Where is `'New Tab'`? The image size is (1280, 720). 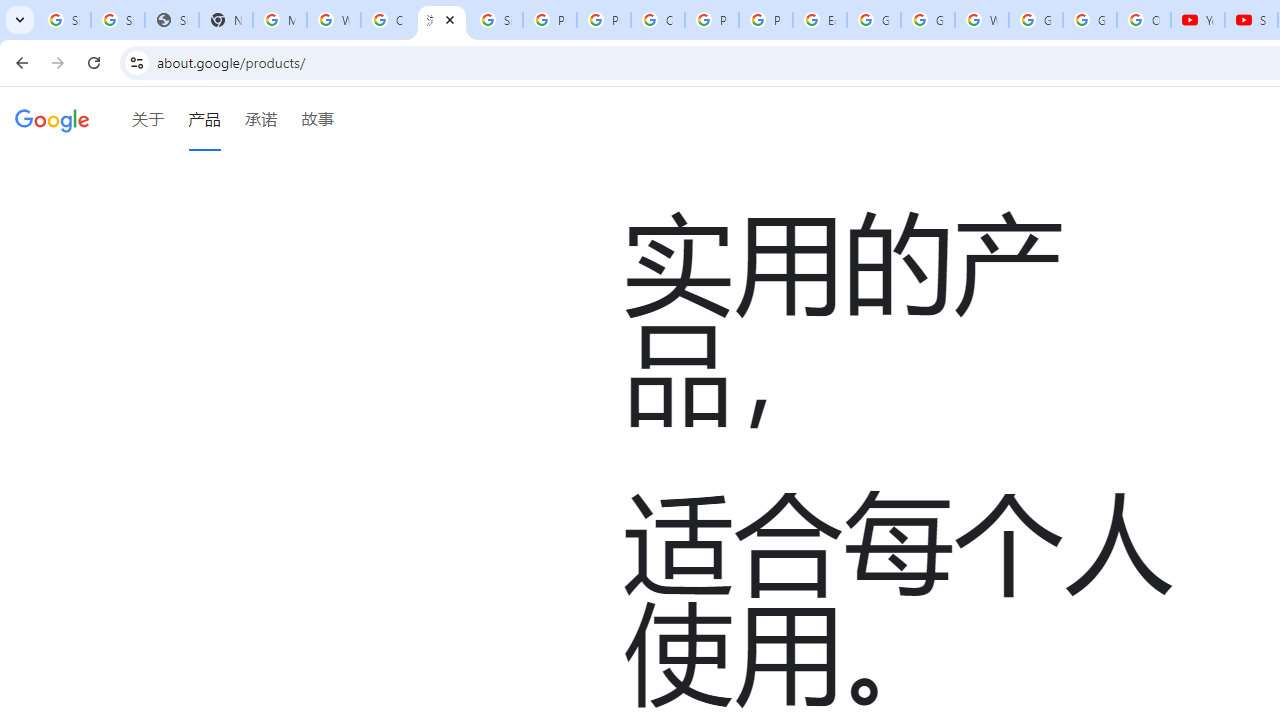 'New Tab' is located at coordinates (225, 20).